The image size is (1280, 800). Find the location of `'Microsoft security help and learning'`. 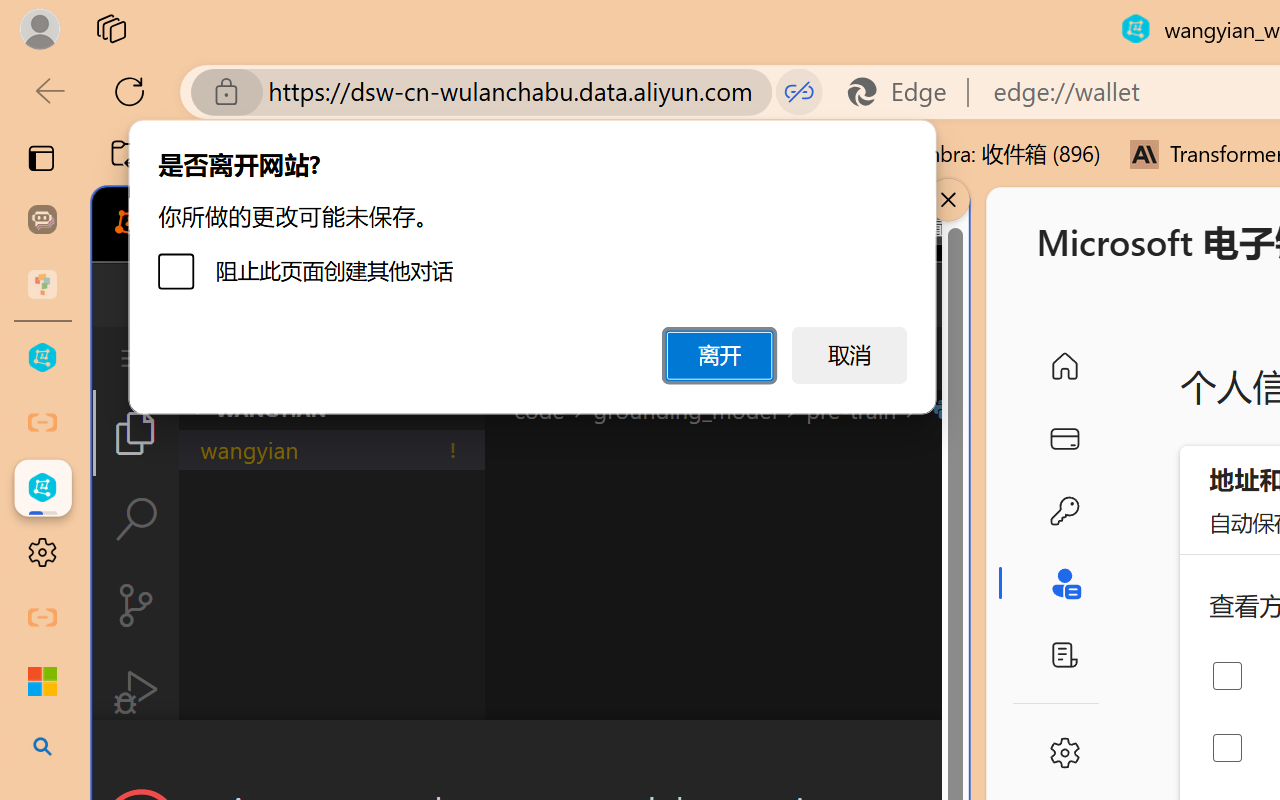

'Microsoft security help and learning' is located at coordinates (42, 682).